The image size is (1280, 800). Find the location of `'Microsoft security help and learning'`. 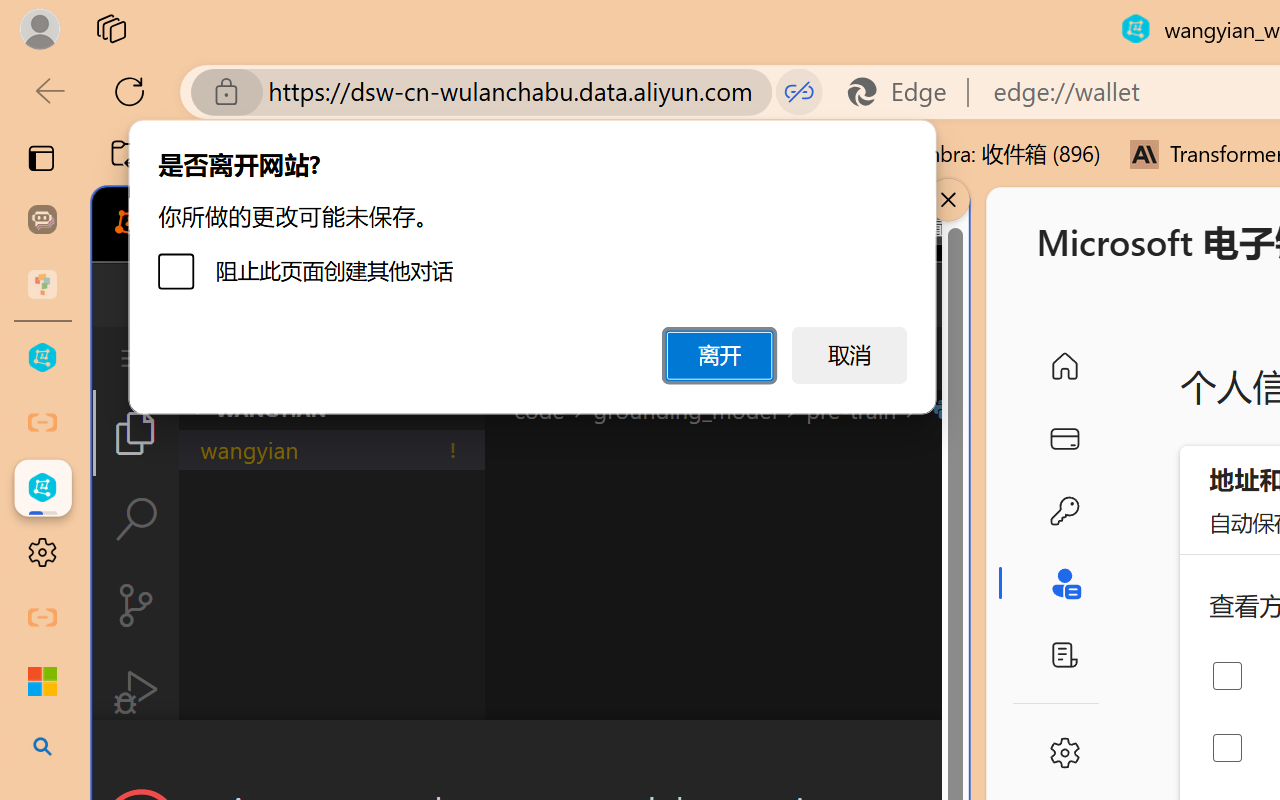

'Microsoft security help and learning' is located at coordinates (42, 682).